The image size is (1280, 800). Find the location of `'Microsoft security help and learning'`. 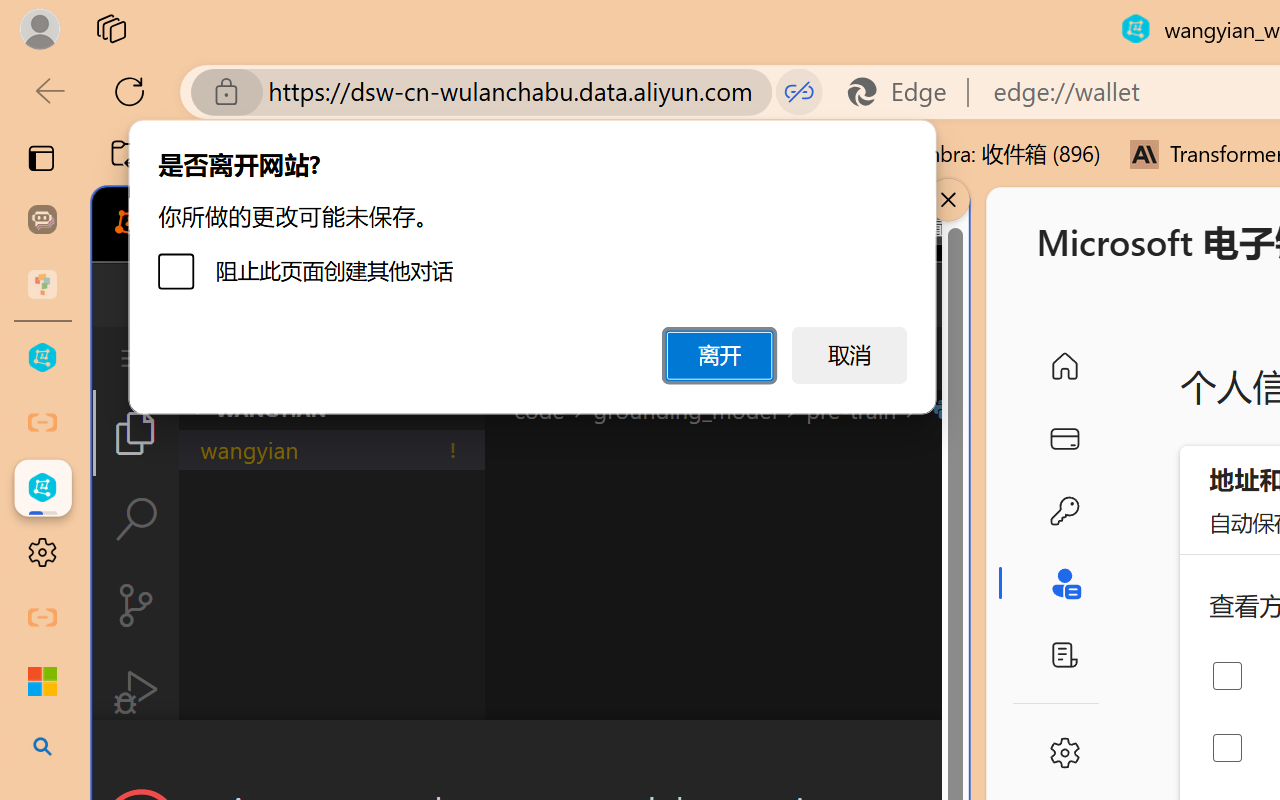

'Microsoft security help and learning' is located at coordinates (42, 682).